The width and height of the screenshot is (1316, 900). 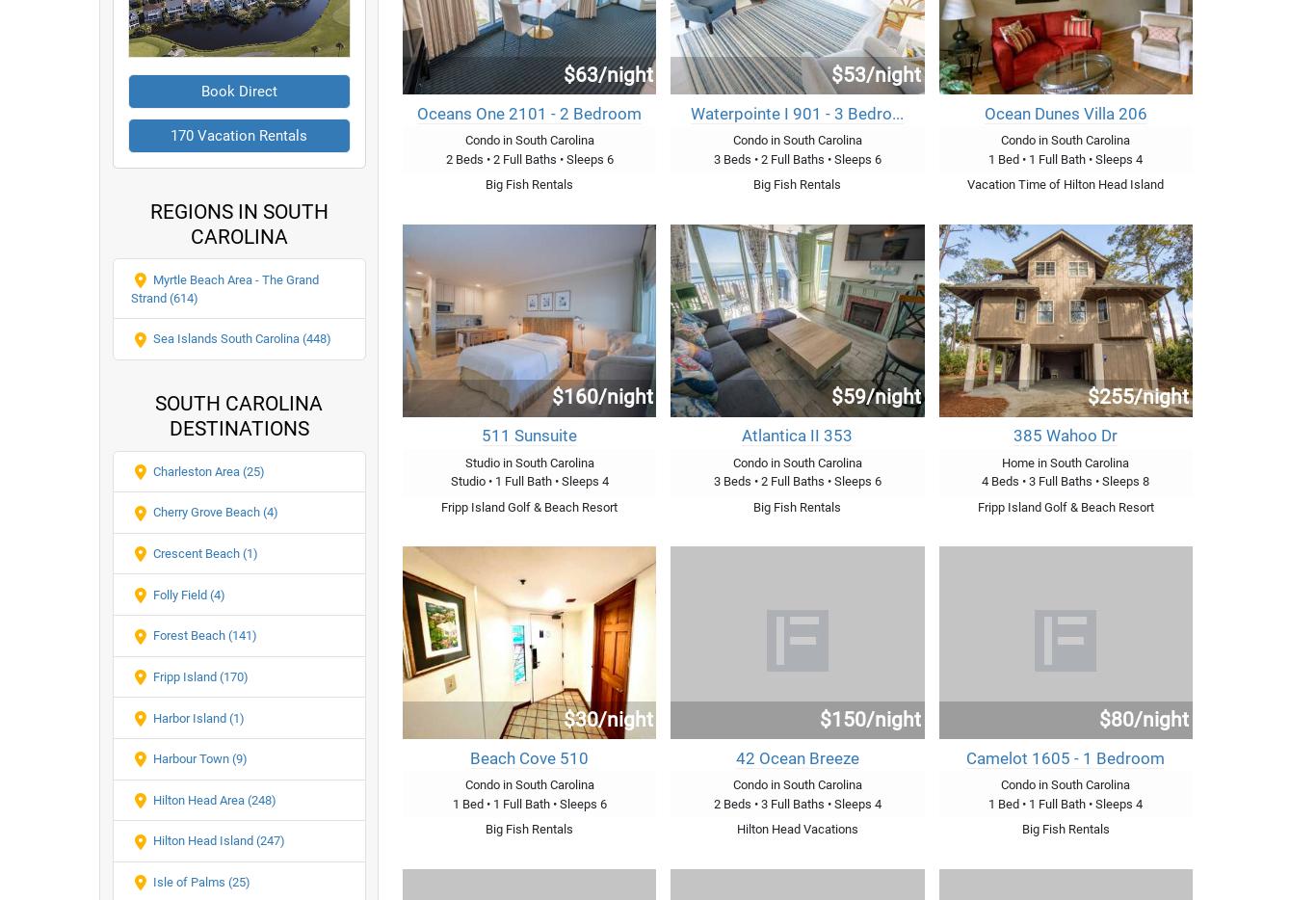 What do you see at coordinates (810, 553) in the screenshot?
I see `'Plum Island 2 Bedroom Home Rental'` at bounding box center [810, 553].